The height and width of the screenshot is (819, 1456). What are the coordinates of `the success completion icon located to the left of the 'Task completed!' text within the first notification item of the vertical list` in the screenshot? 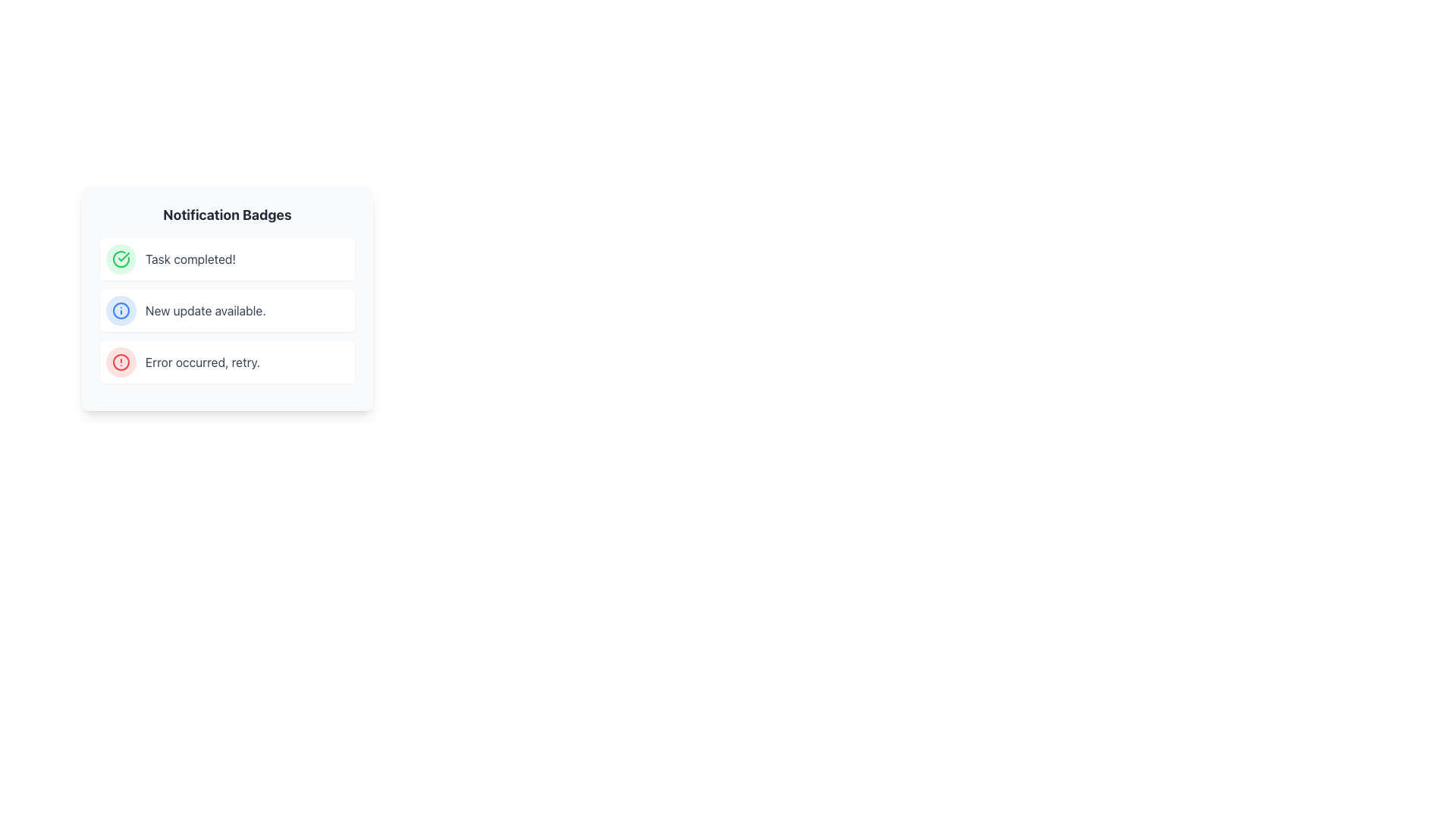 It's located at (120, 259).